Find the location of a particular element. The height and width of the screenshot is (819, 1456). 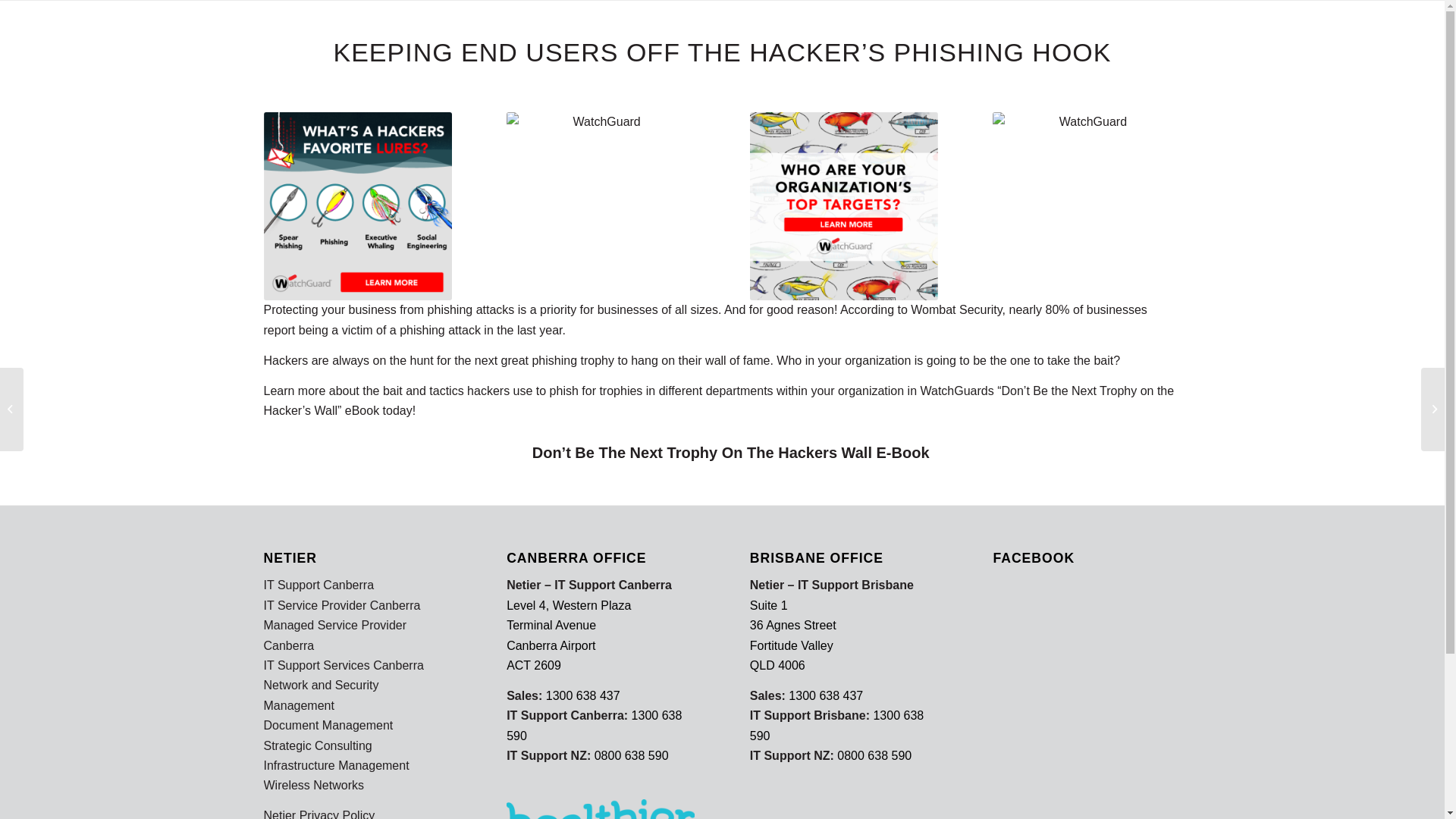

'Managed Service Provider Canberra' is located at coordinates (334, 635).